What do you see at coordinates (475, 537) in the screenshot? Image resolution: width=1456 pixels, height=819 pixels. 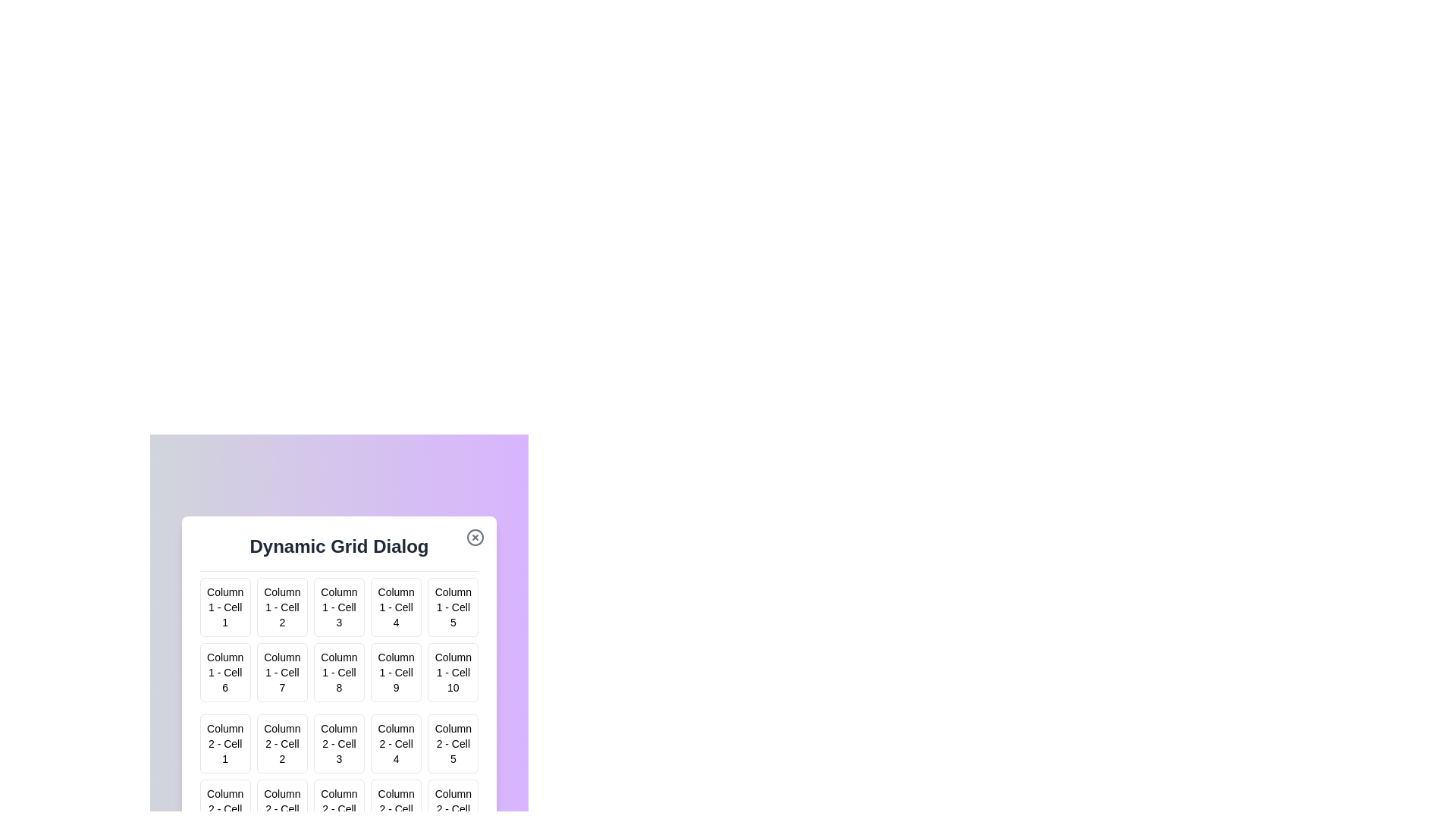 I see `the close button to close the dialog` at bounding box center [475, 537].